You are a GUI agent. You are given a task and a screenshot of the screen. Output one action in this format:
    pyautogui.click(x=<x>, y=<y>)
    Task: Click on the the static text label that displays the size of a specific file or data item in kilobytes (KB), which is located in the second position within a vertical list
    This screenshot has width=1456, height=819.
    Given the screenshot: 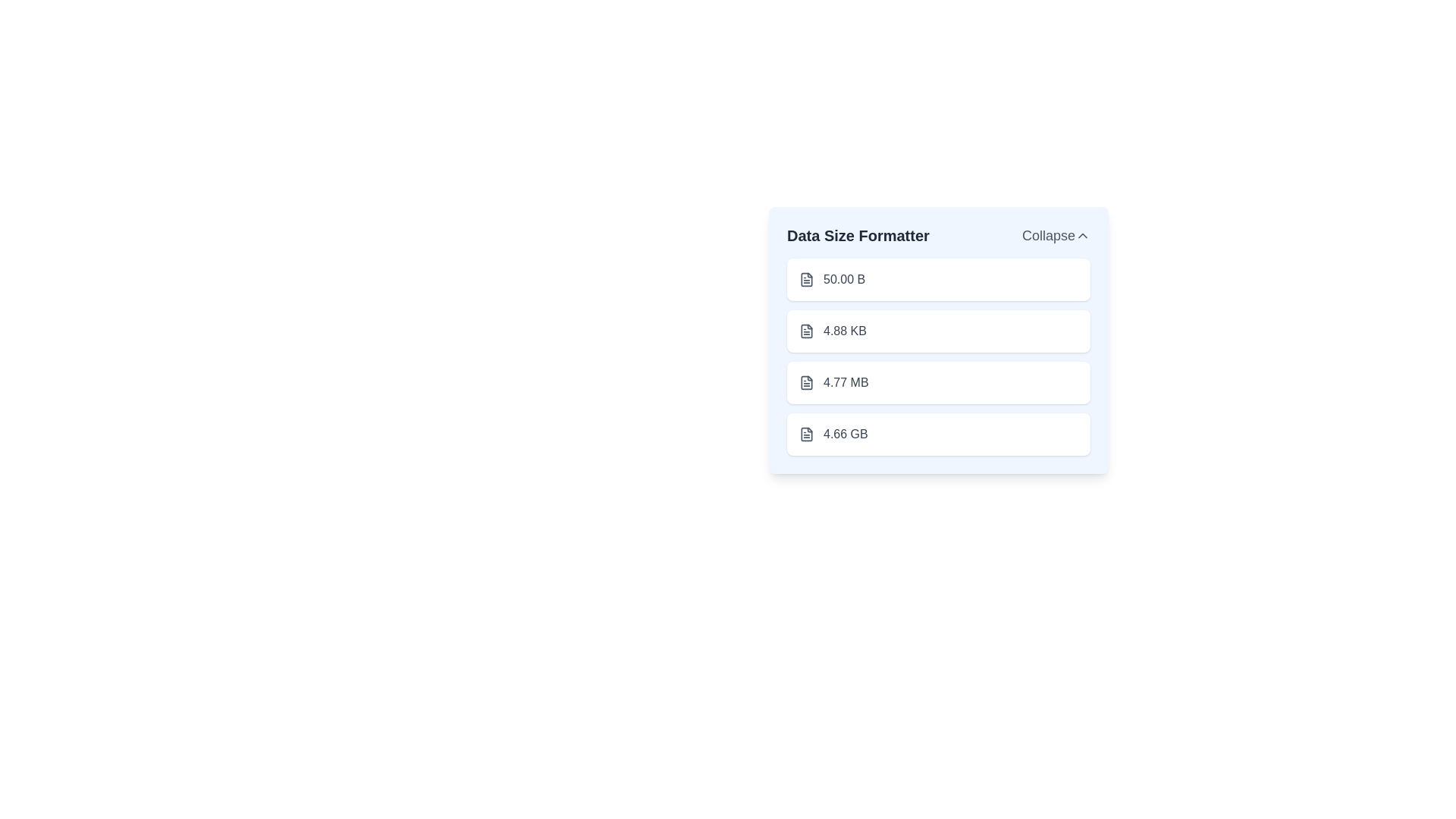 What is the action you would take?
    pyautogui.click(x=844, y=330)
    